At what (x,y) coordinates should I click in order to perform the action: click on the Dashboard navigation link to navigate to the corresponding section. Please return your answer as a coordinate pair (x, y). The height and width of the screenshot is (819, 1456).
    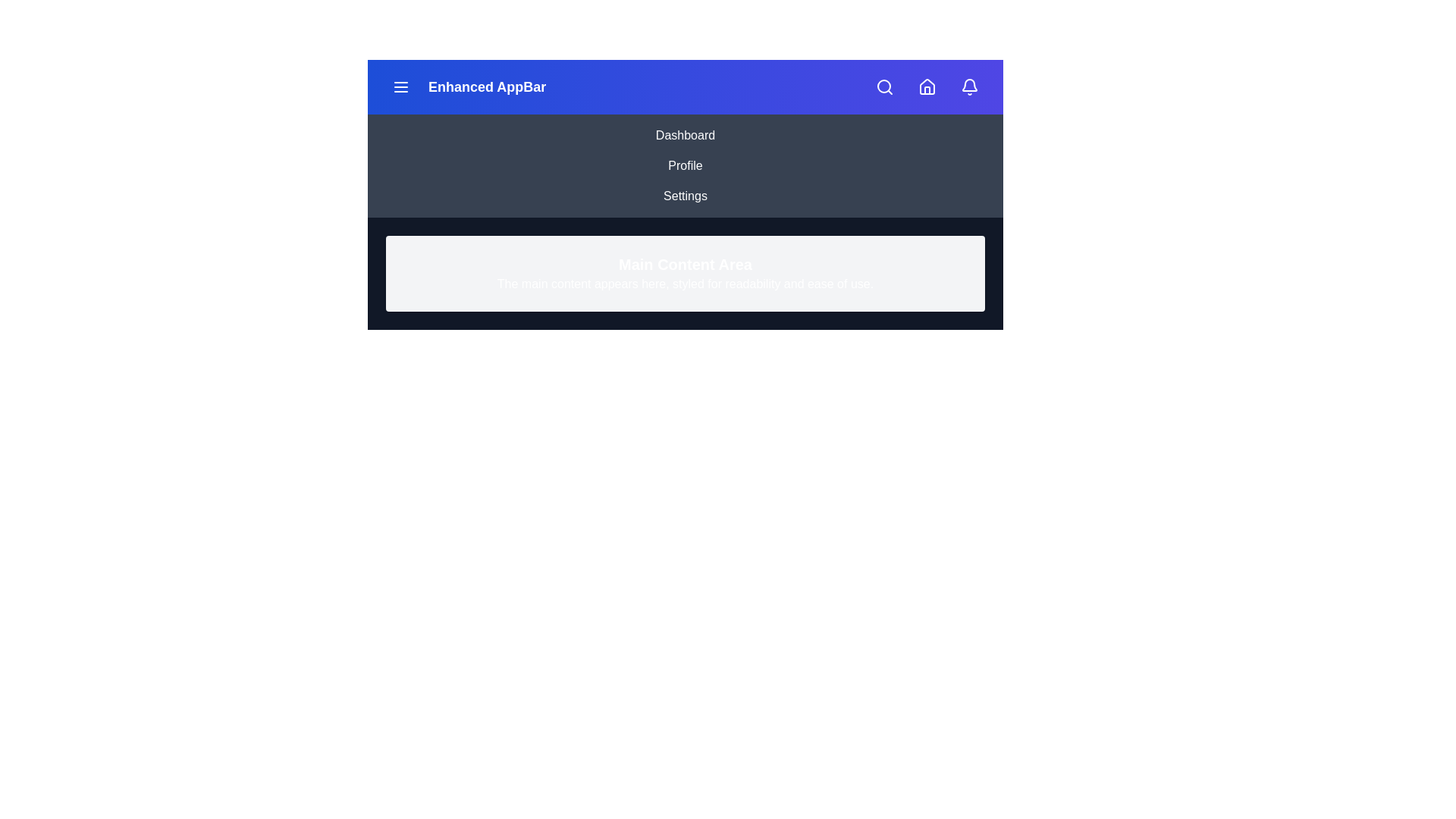
    Looking at the image, I should click on (684, 134).